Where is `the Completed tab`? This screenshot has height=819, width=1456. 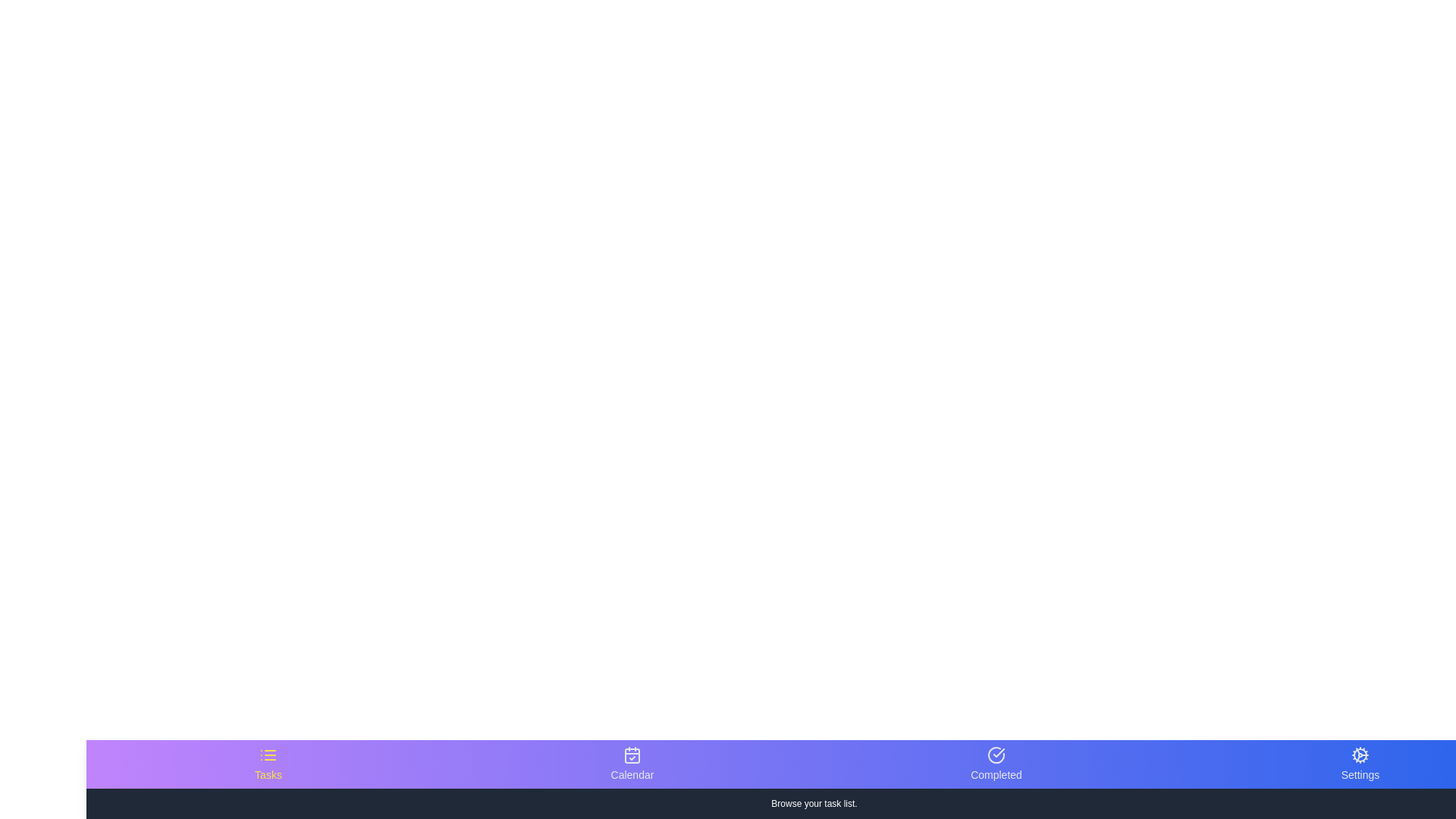
the Completed tab is located at coordinates (996, 764).